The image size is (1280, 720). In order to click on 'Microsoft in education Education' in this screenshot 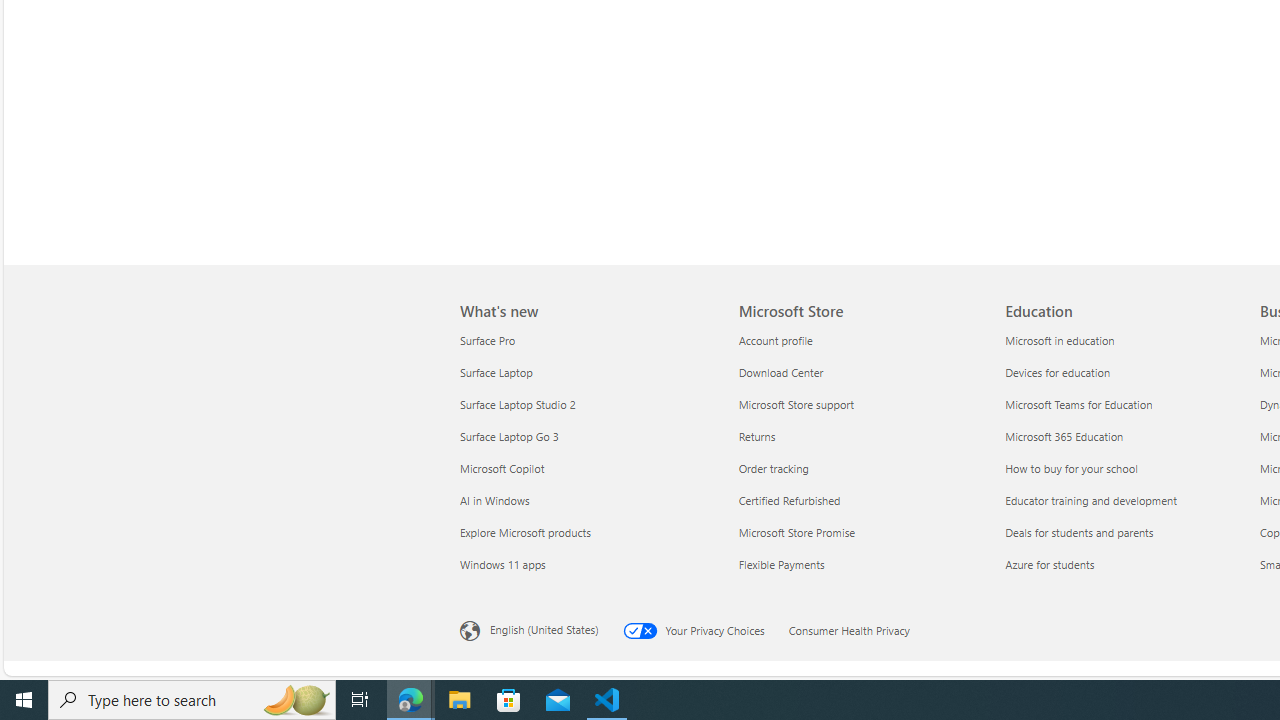, I will do `click(1058, 338)`.